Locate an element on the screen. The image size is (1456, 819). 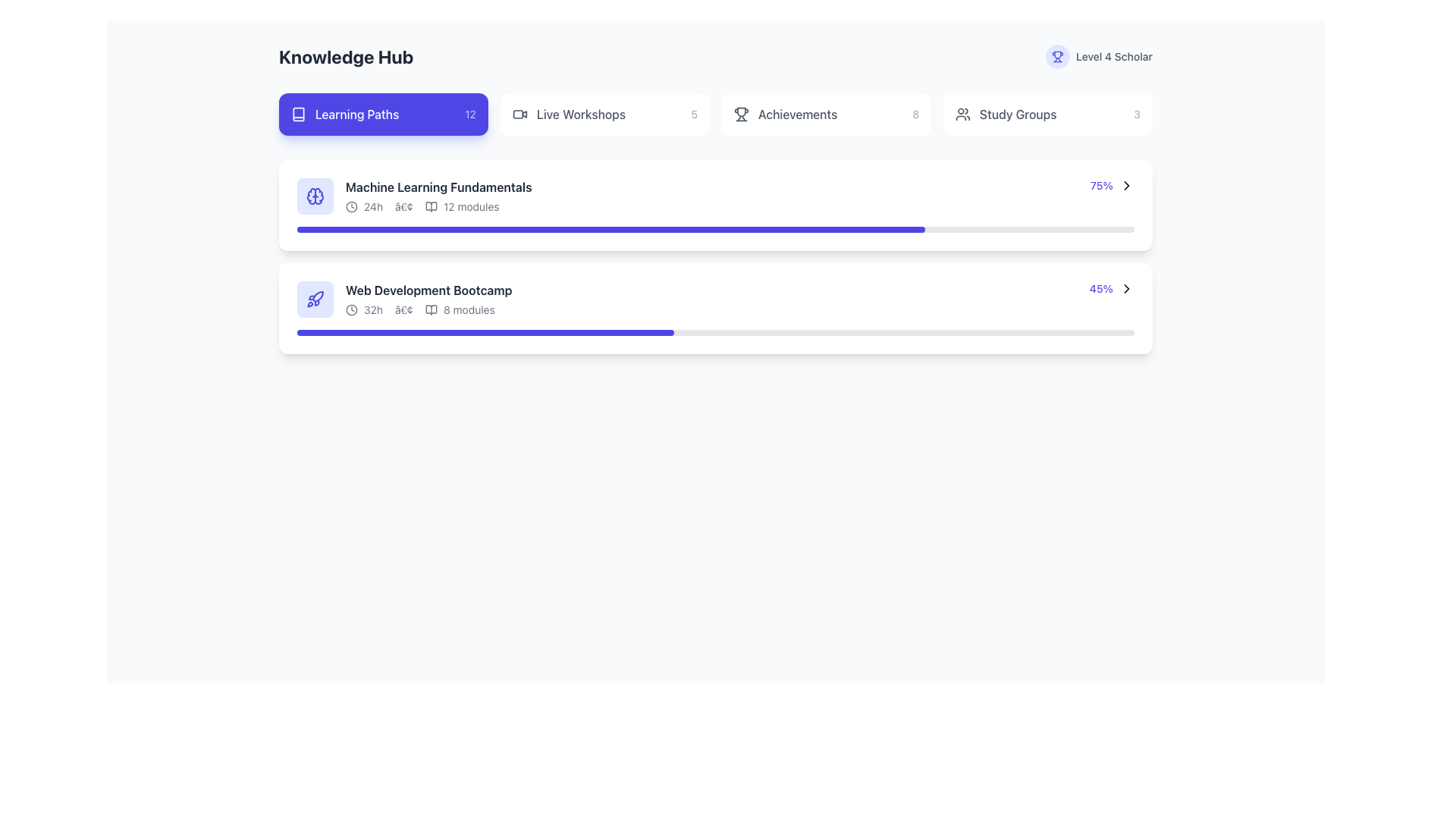
displayed text of the Text Label indicating the expected duration of the course module, which is '32 hours'. This label is located in the second course item, 'Web Development Bootcamp', between the clock icon and the bullet point is located at coordinates (373, 309).